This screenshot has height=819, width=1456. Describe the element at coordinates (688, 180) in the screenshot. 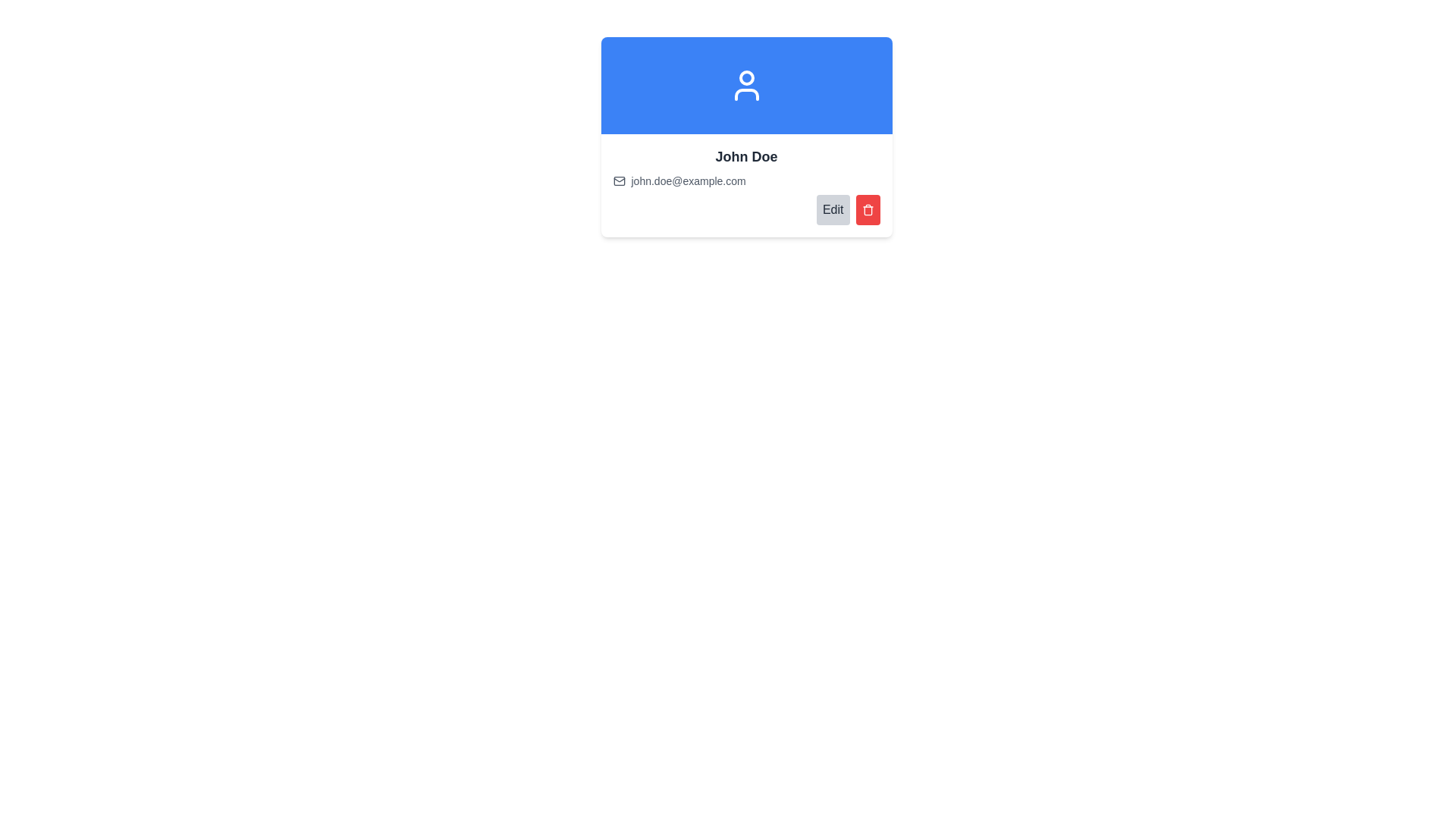

I see `the text displaying the email address associated with the profile of 'John Doe', located directly below the name and aligned with the email icon` at that location.